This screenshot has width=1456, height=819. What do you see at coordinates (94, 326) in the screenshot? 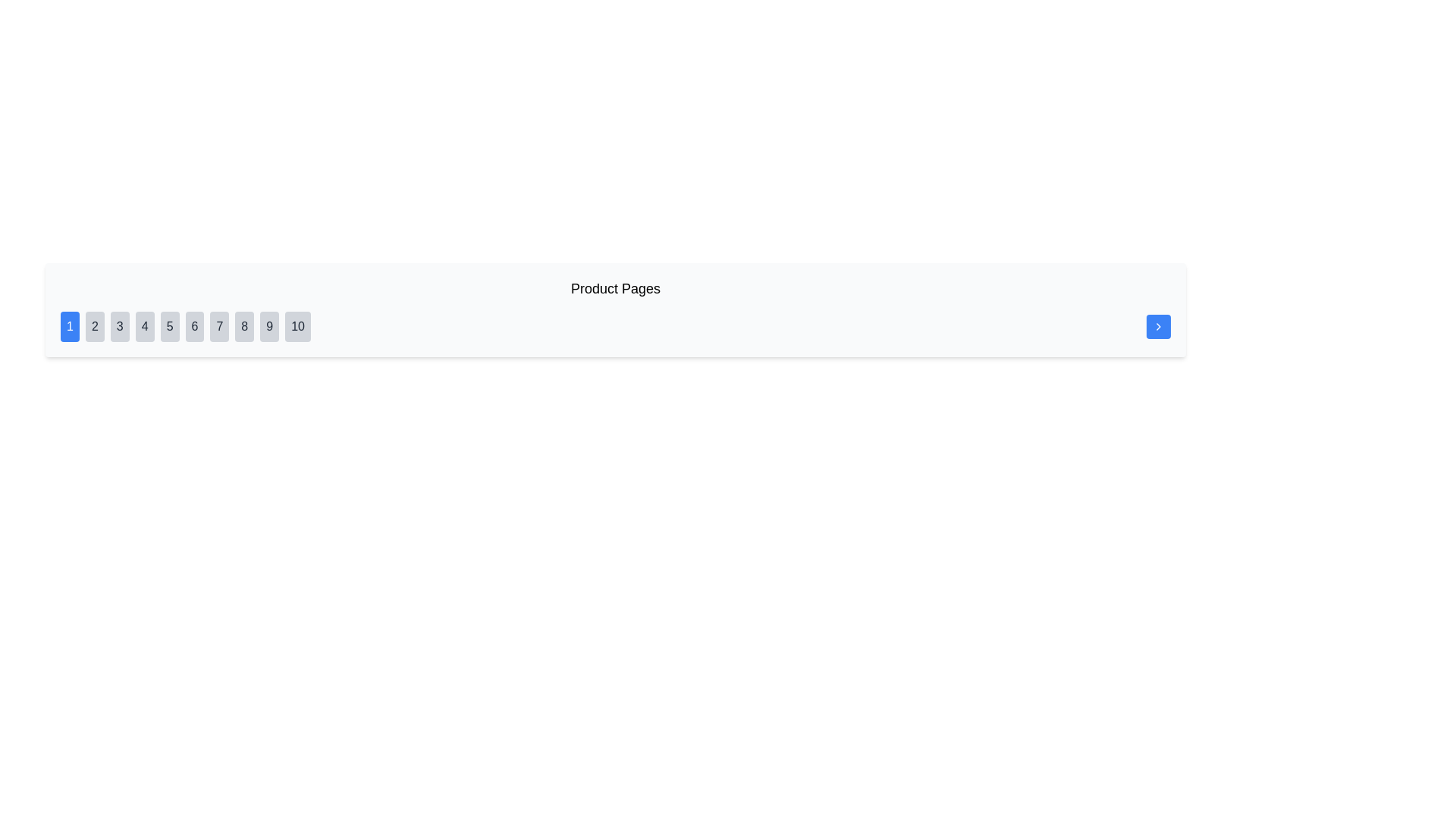
I see `the second paginator button labeled '2'` at bounding box center [94, 326].